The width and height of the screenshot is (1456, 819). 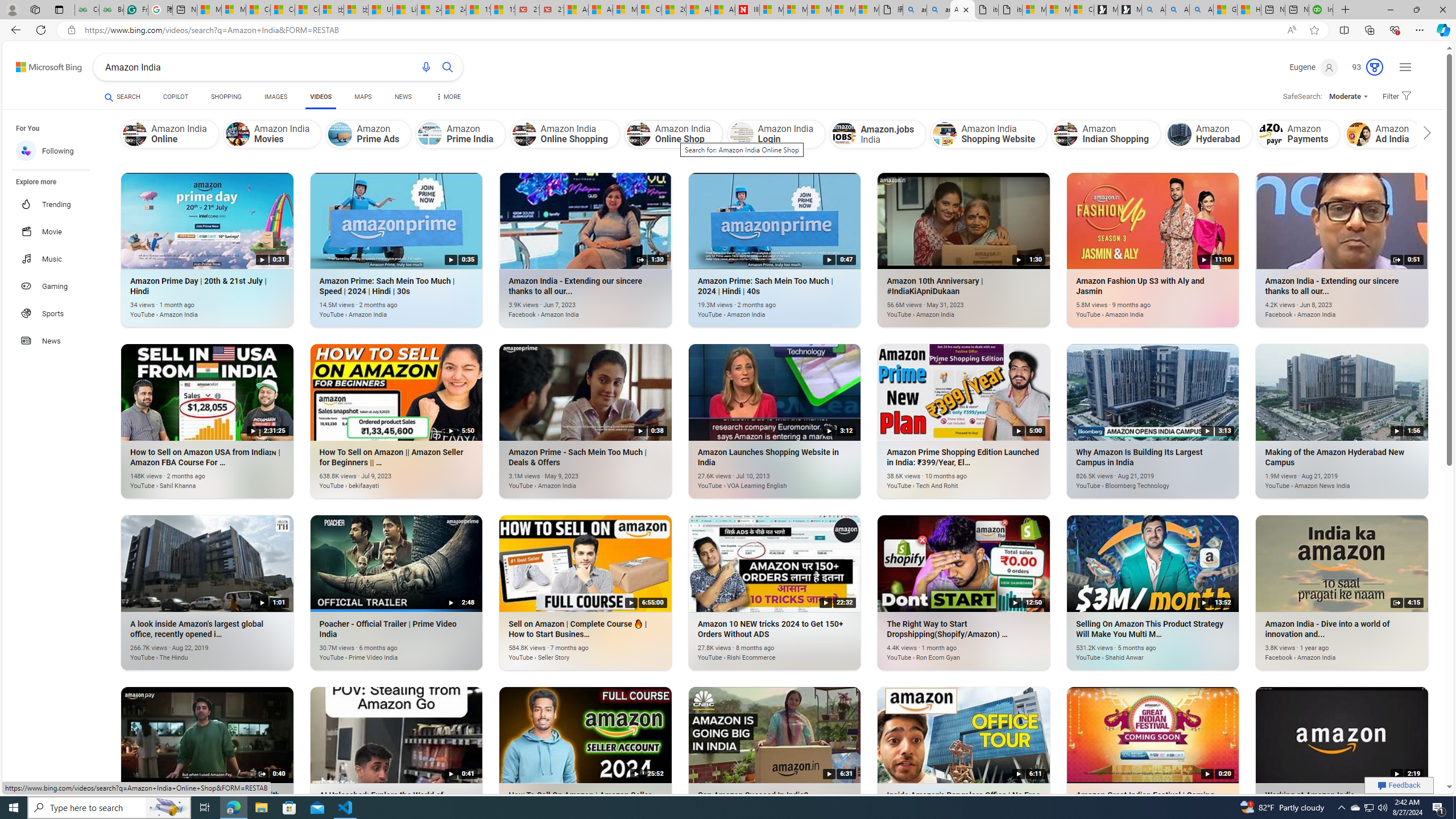 I want to click on 'AutomationID: rh_meter', so click(x=1374, y=67).